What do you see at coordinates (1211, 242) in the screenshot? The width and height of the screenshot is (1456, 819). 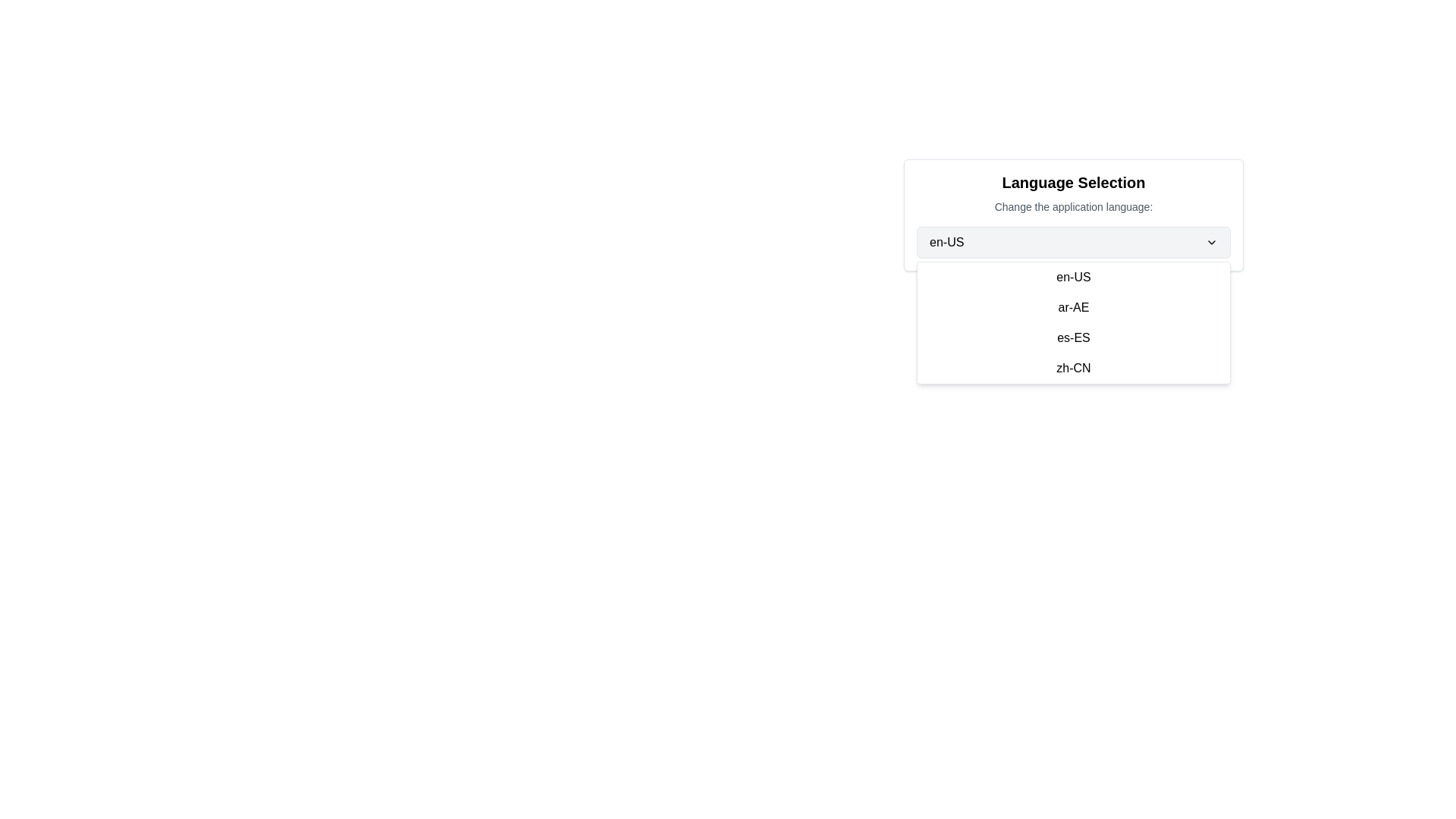 I see `the downward-pointing chevron icon with a thin black stroke located on the right side of the dropdown button labeled 'en-US'` at bounding box center [1211, 242].